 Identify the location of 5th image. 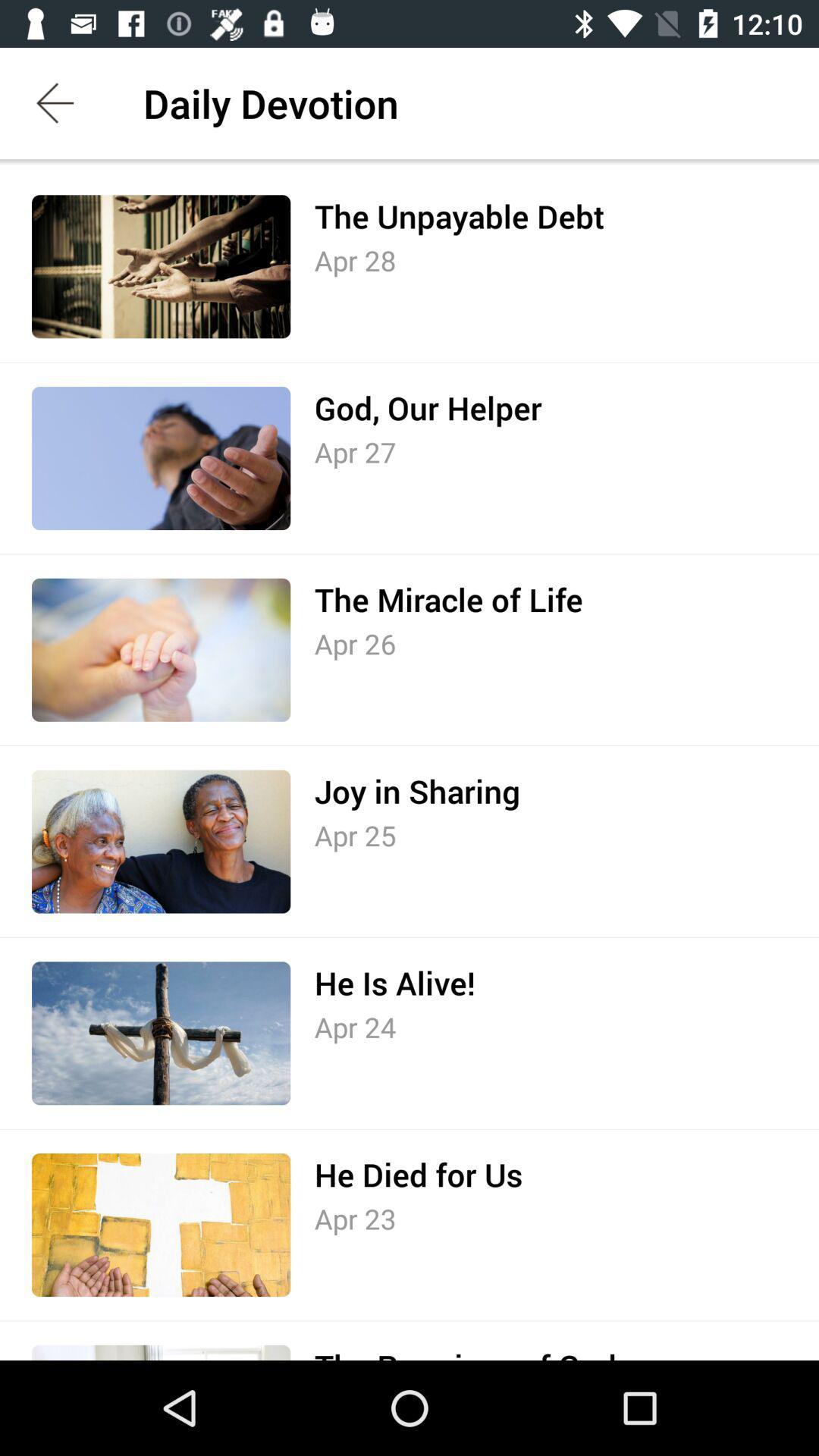
(161, 1032).